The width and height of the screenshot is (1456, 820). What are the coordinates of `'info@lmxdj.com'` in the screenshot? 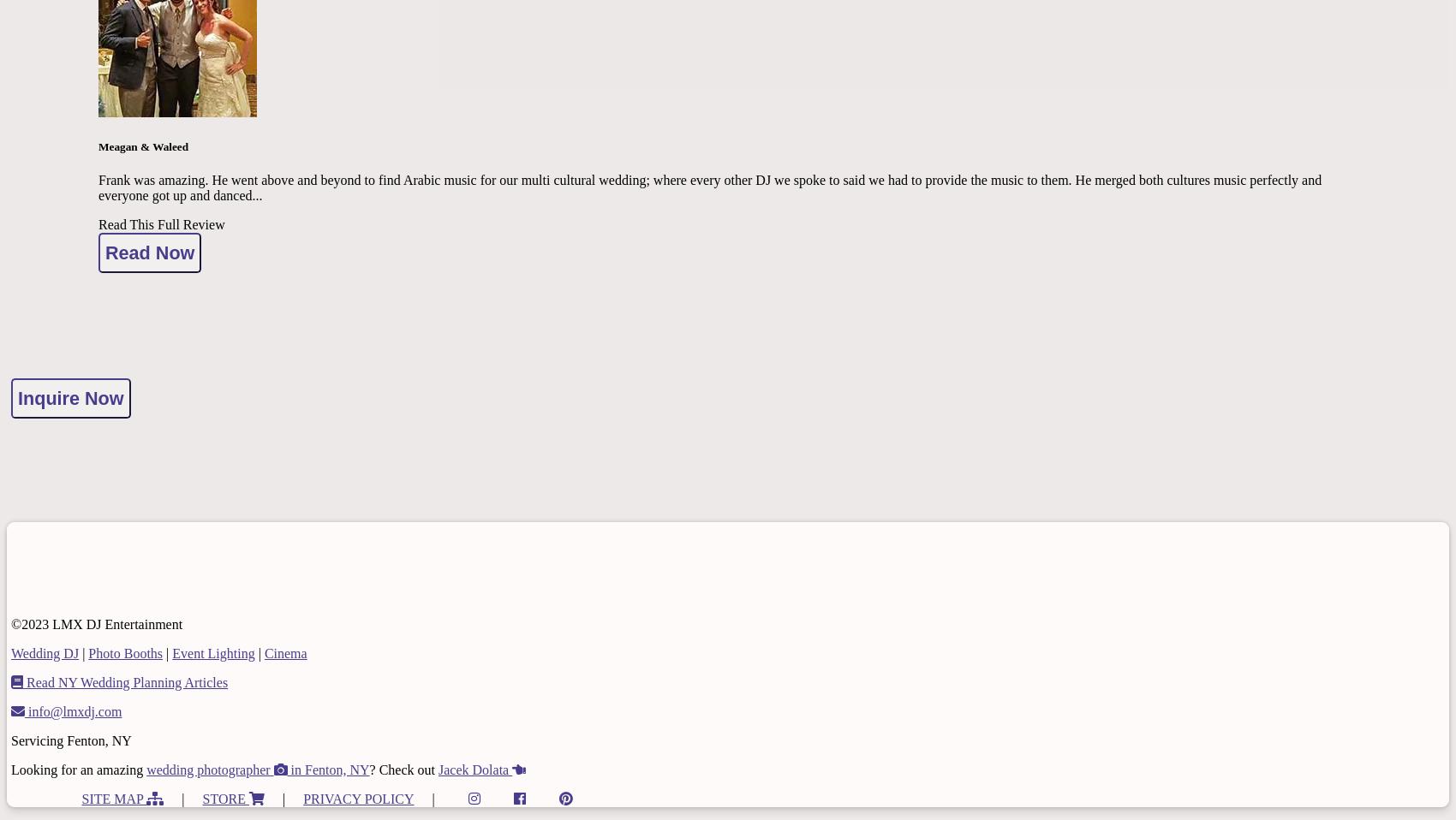 It's located at (25, 710).